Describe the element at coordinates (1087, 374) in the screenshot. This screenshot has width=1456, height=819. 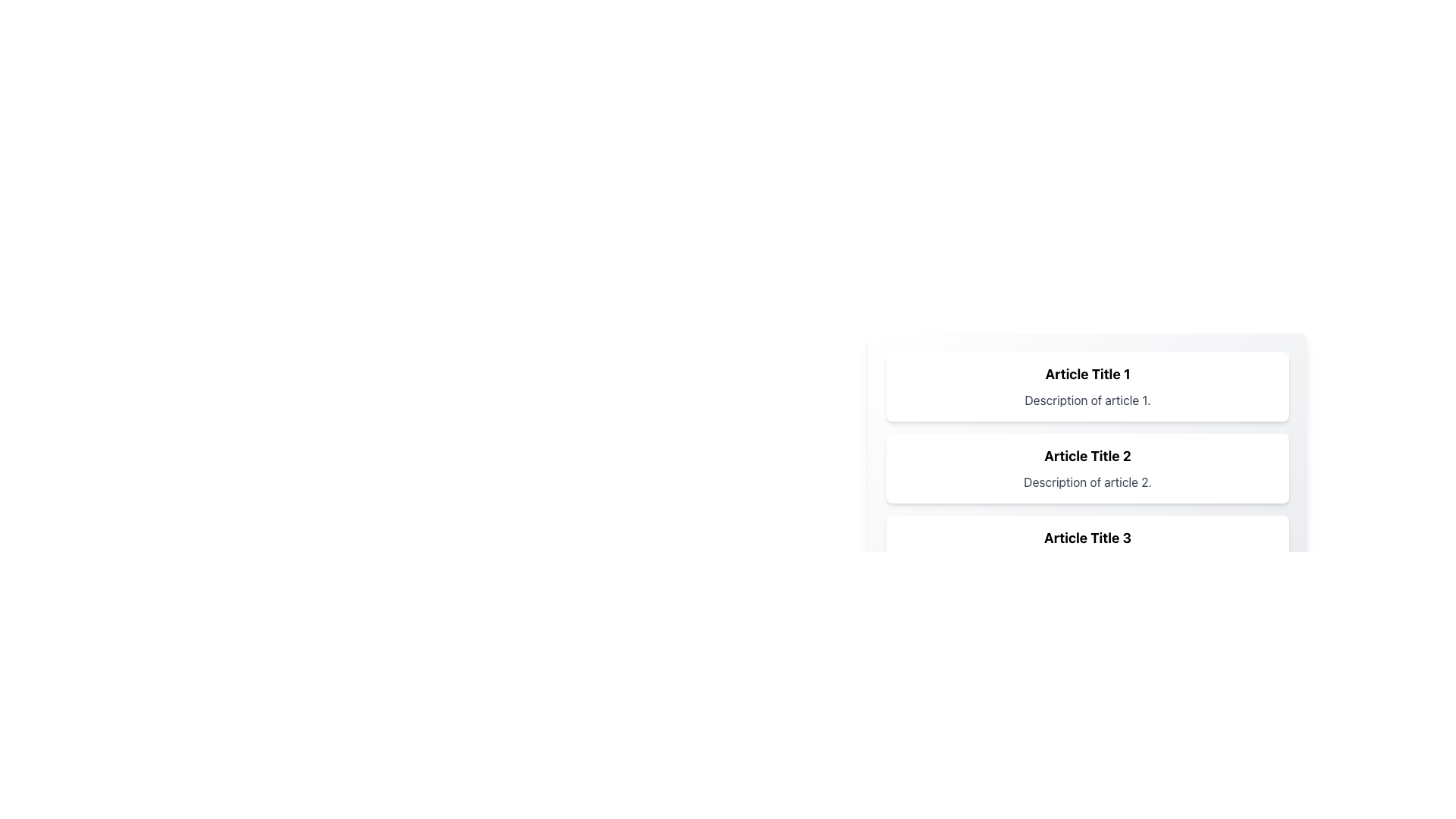
I see `the title text label of the article, which is located at the upper portion of a white rectangular card with rounded corners` at that location.